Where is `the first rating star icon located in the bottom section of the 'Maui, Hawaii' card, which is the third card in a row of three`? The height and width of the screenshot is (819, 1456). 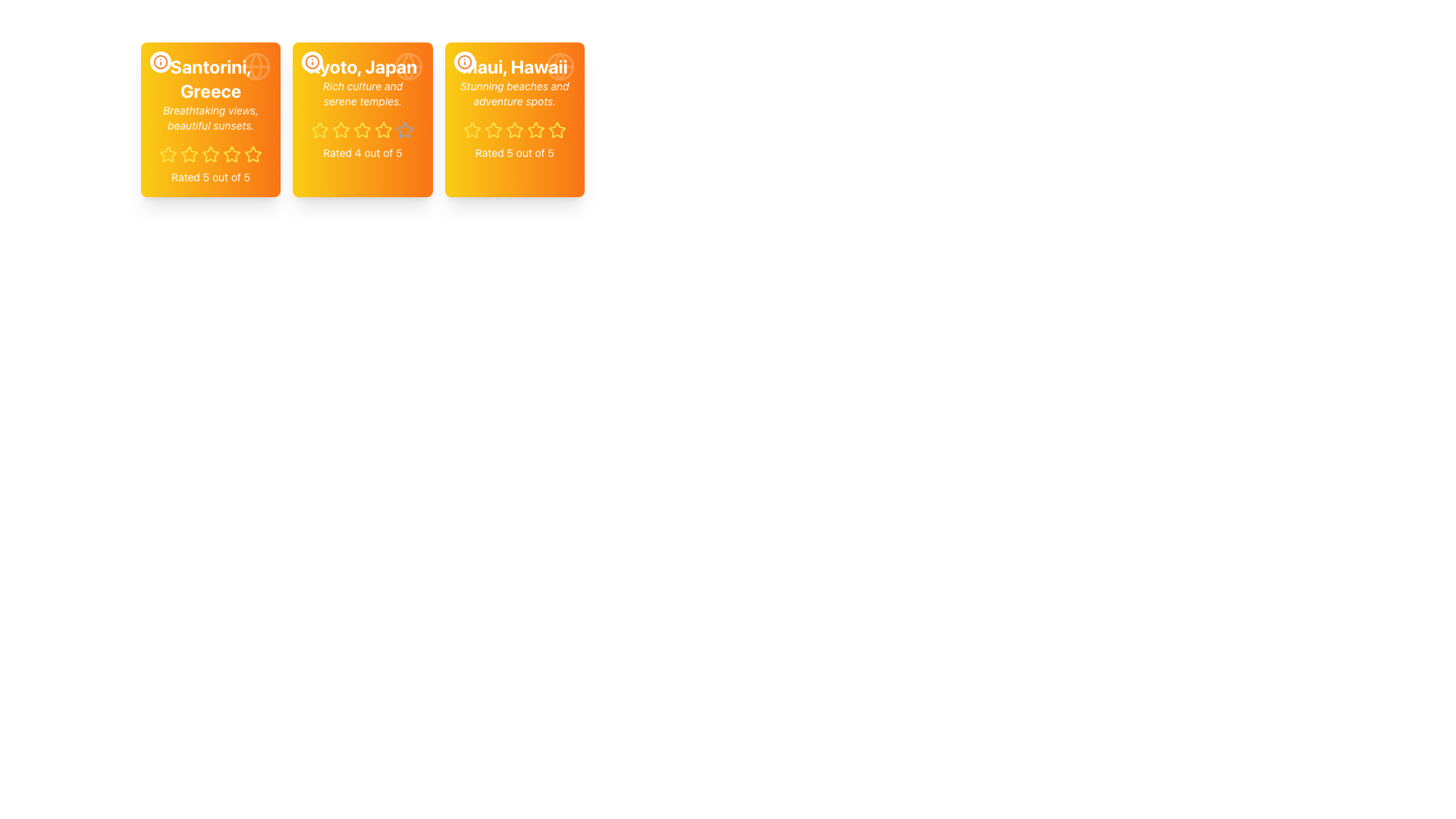
the first rating star icon located in the bottom section of the 'Maui, Hawaii' card, which is the third card in a row of three is located at coordinates (471, 130).